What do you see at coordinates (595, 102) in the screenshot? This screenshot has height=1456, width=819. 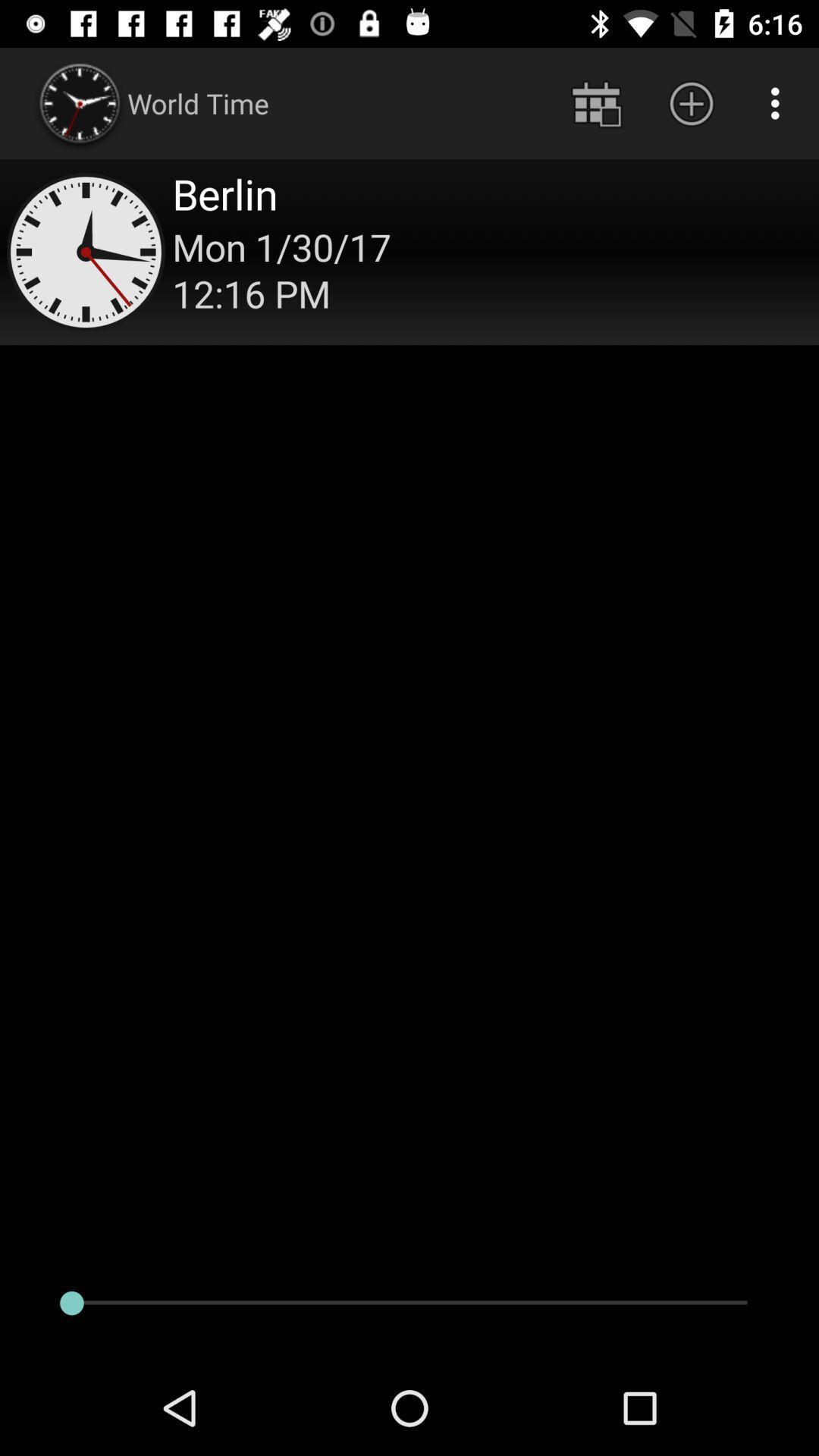 I see `icon to the right of world time item` at bounding box center [595, 102].